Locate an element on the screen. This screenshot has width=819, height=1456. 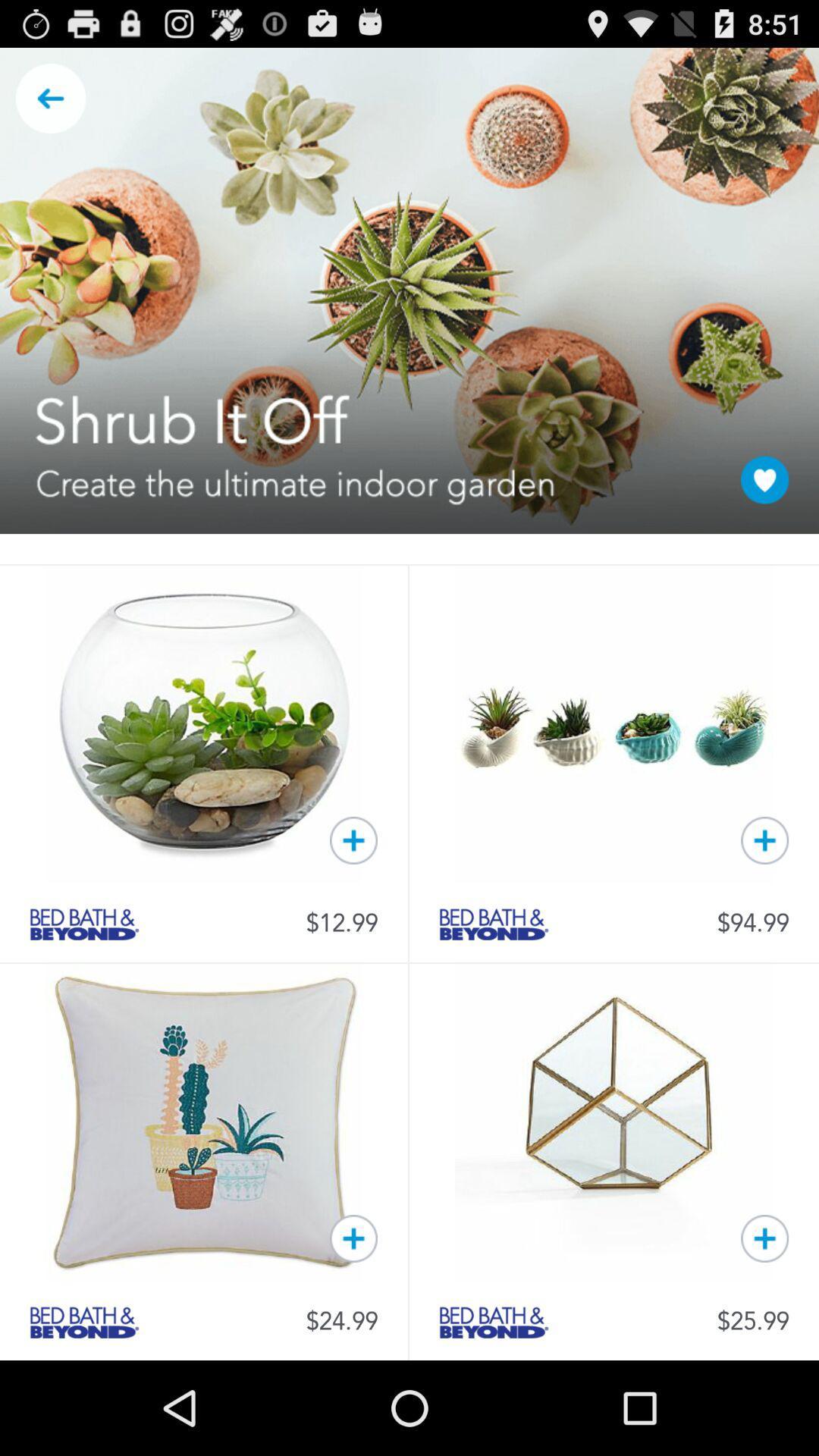
to favorites is located at coordinates (764, 1238).